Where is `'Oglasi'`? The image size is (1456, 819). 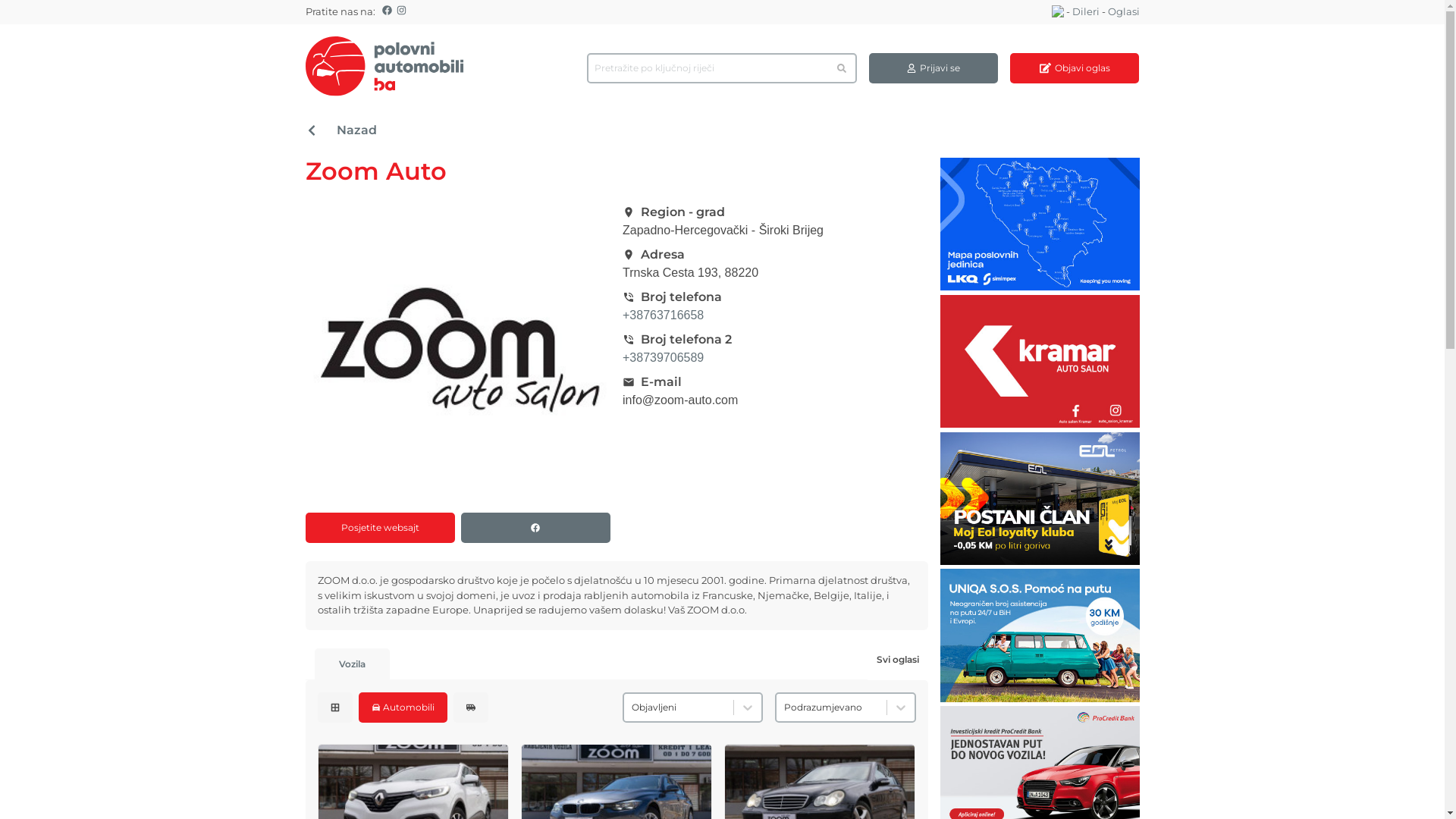
'Oglasi' is located at coordinates (1123, 11).